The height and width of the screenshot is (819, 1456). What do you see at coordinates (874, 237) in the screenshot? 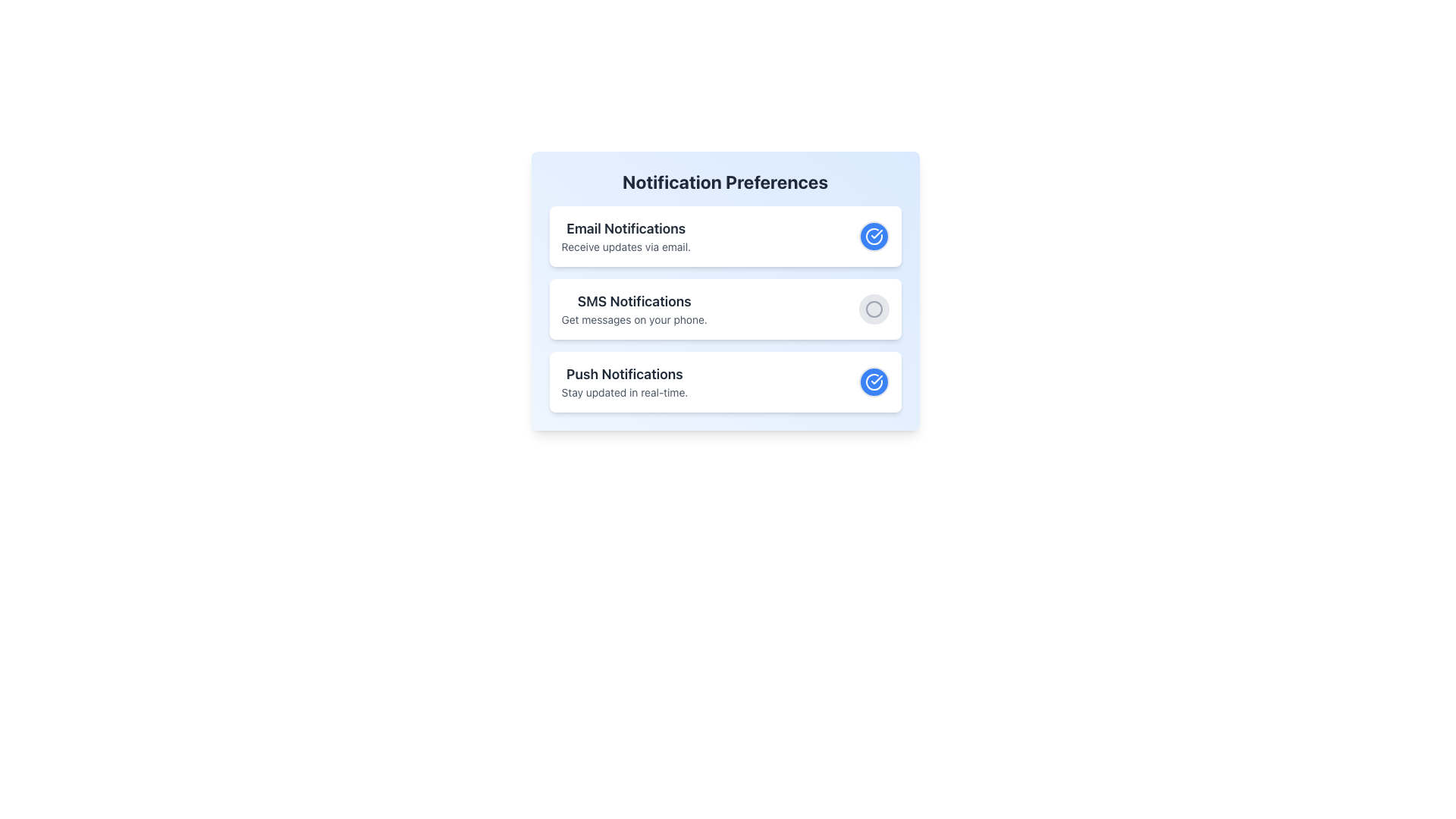
I see `the button that activates or confirms 'Email Notifications'` at bounding box center [874, 237].